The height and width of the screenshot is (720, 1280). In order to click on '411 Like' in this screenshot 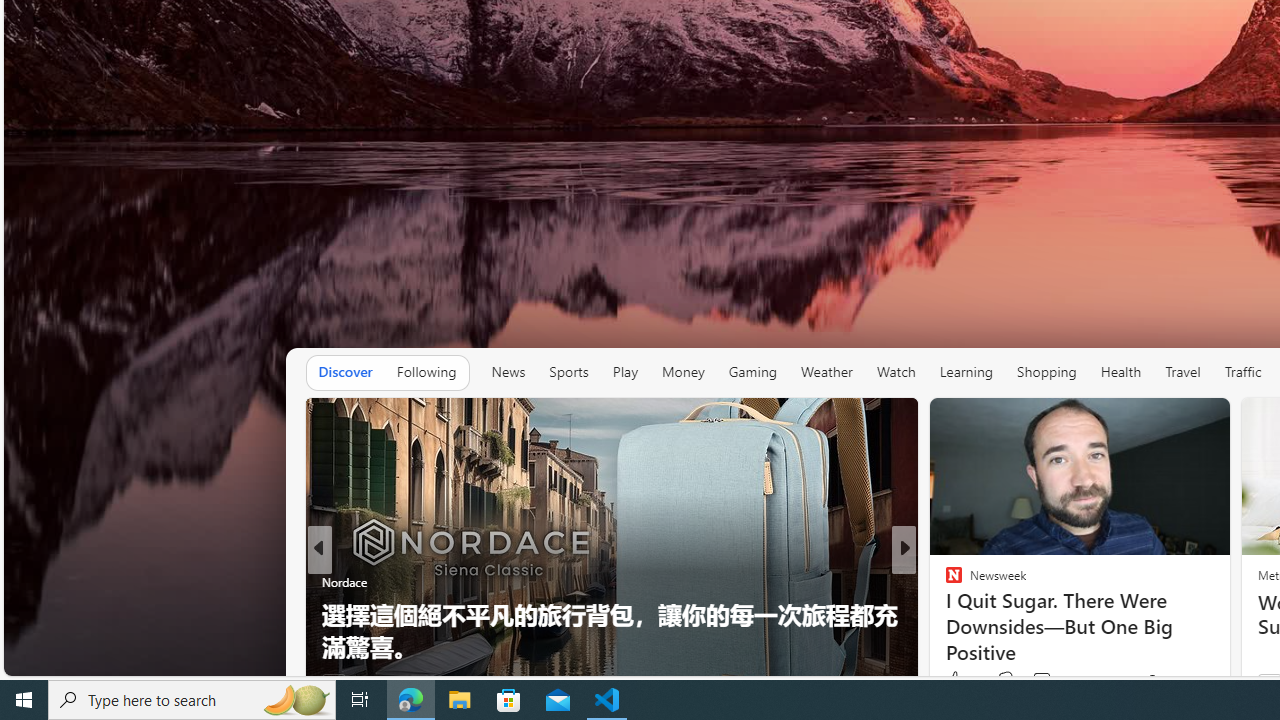, I will do `click(958, 680)`.